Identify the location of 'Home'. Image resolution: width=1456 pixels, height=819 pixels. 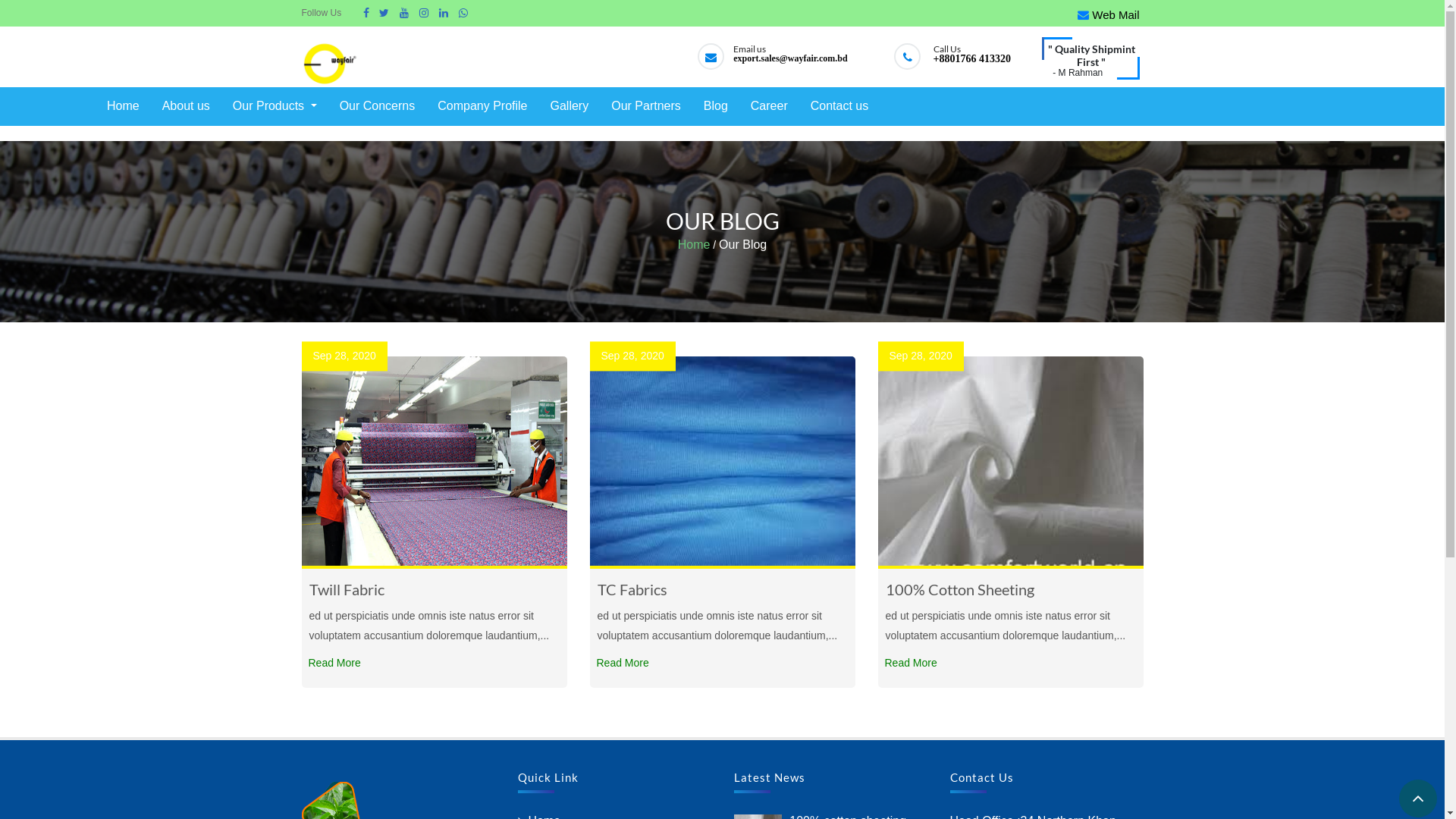
(693, 244).